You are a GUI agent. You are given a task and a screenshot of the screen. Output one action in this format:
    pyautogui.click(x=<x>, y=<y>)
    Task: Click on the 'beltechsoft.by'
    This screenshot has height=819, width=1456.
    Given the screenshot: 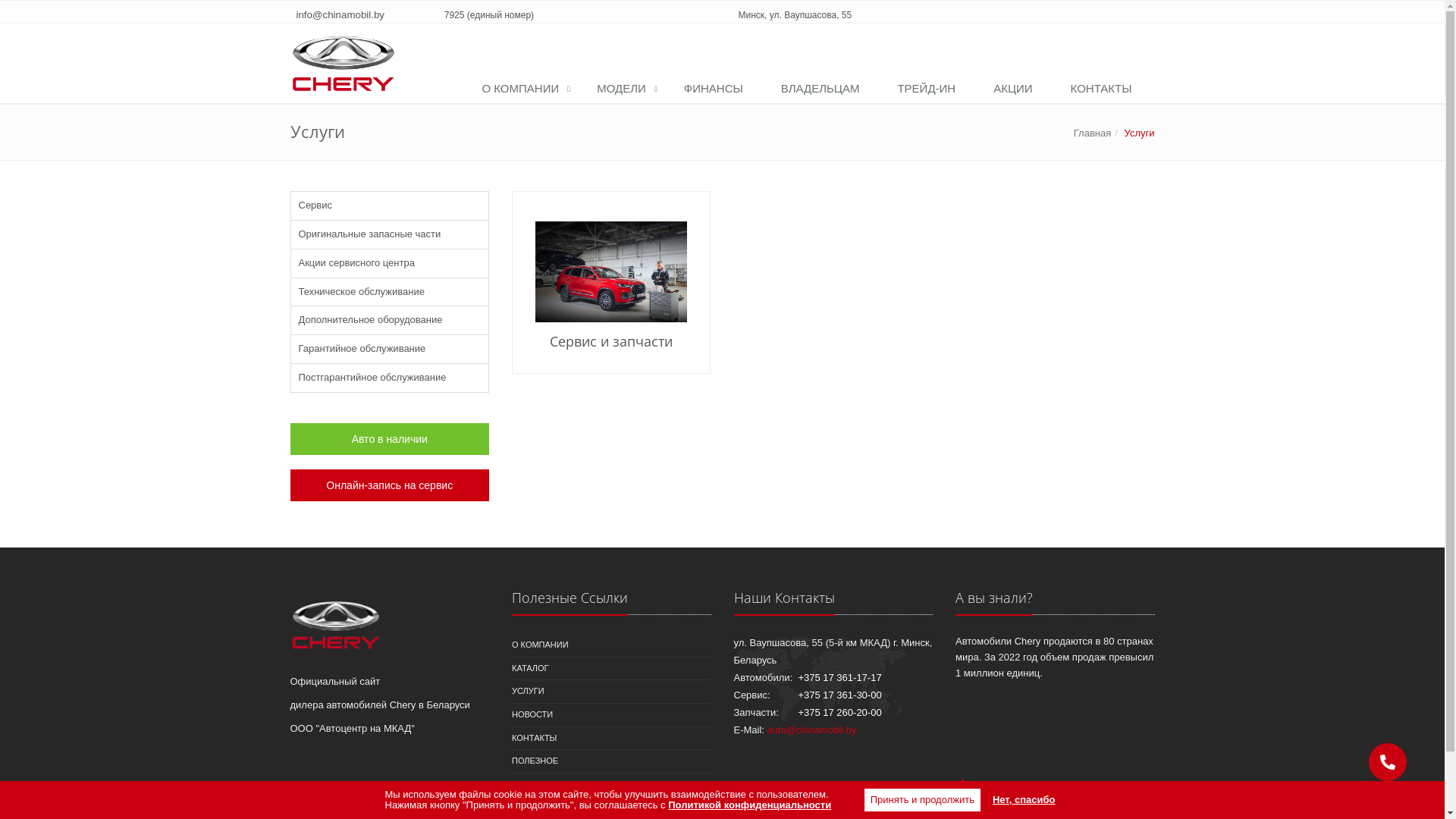 What is the action you would take?
    pyautogui.click(x=1098, y=792)
    